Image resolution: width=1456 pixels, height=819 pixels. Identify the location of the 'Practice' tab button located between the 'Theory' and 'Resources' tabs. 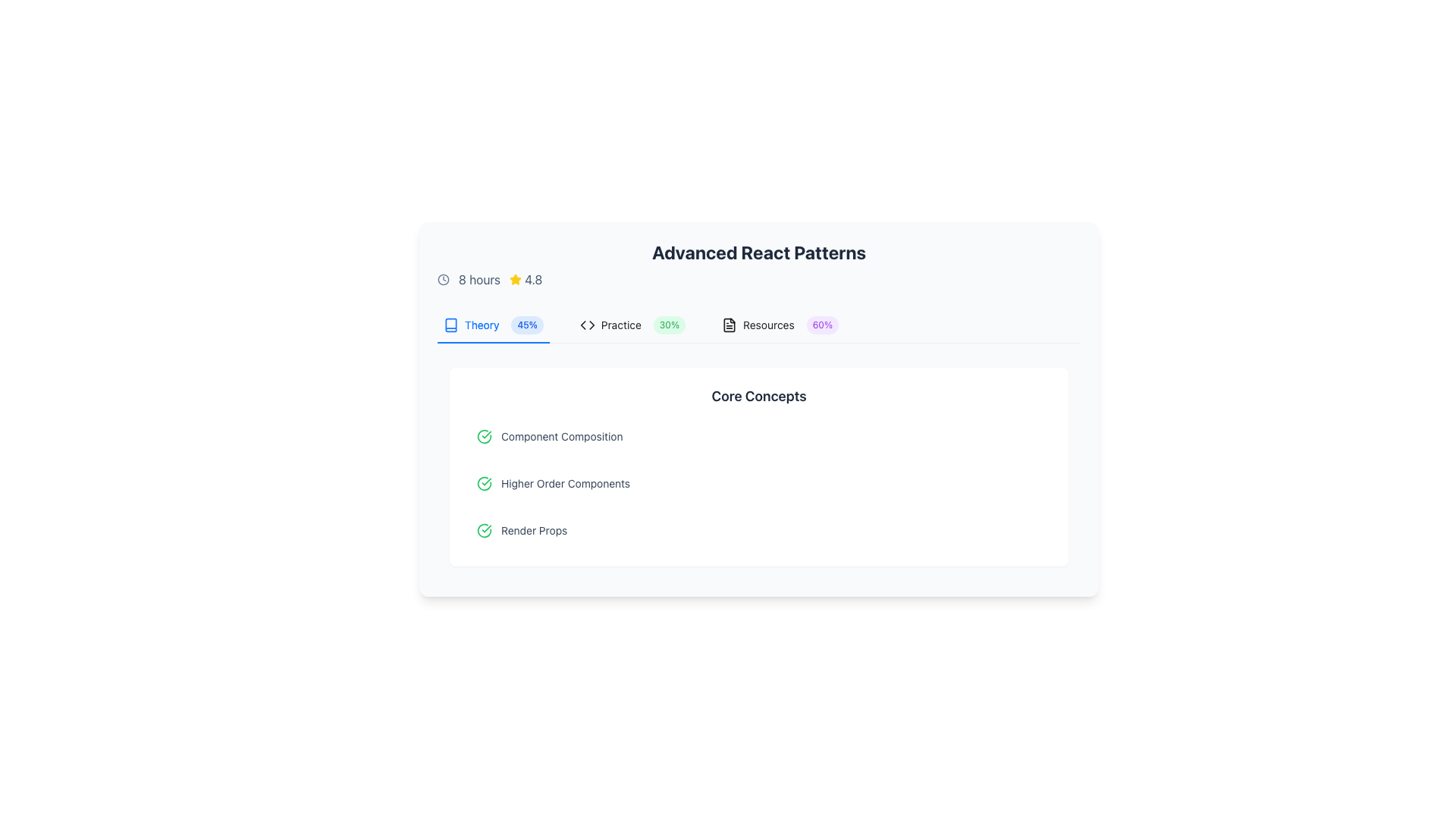
(632, 324).